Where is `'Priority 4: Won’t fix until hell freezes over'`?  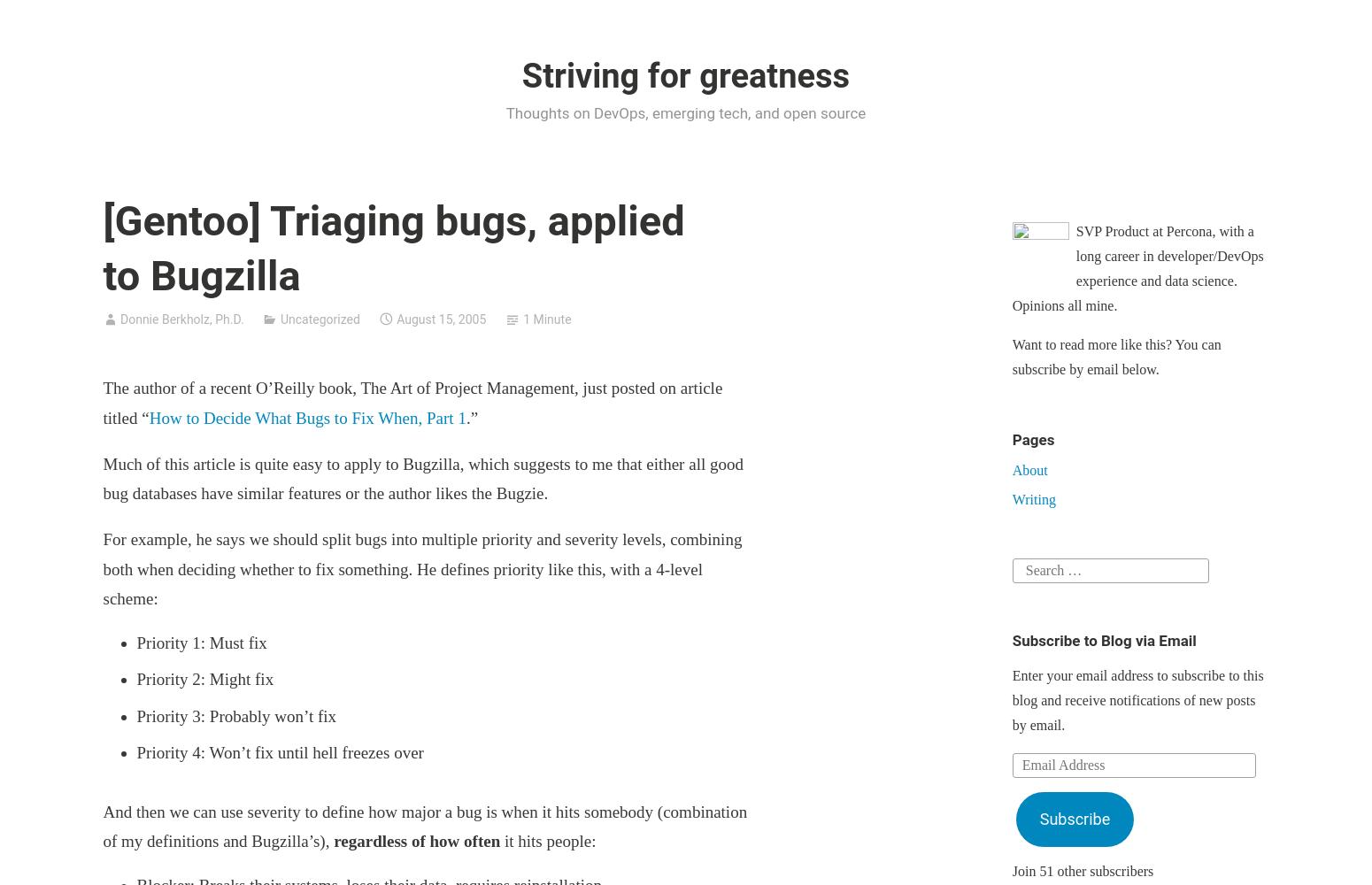
'Priority 4: Won’t fix until hell freezes over' is located at coordinates (279, 751).